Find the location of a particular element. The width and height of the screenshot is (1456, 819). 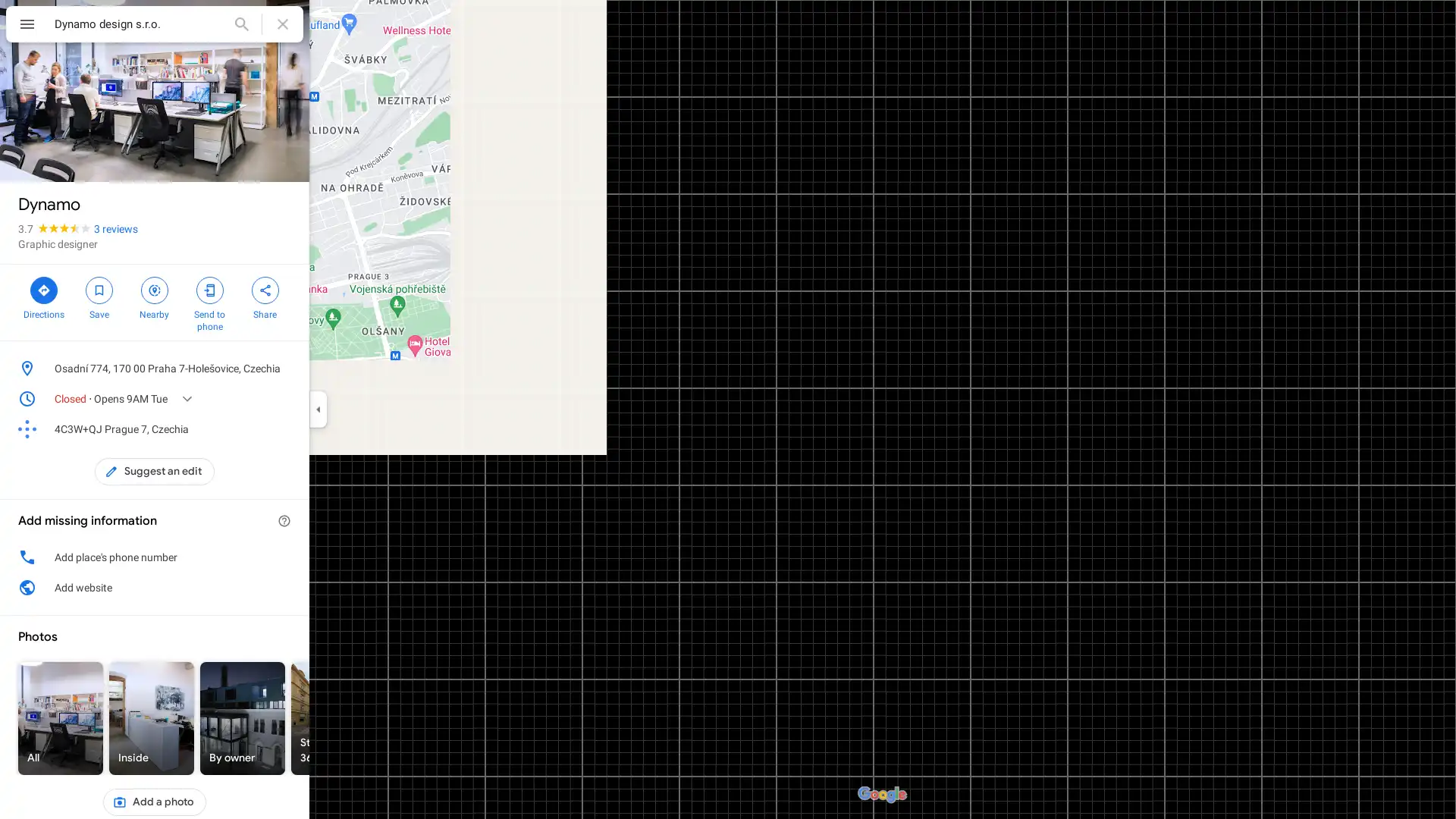

Graphic designer is located at coordinates (58, 243).